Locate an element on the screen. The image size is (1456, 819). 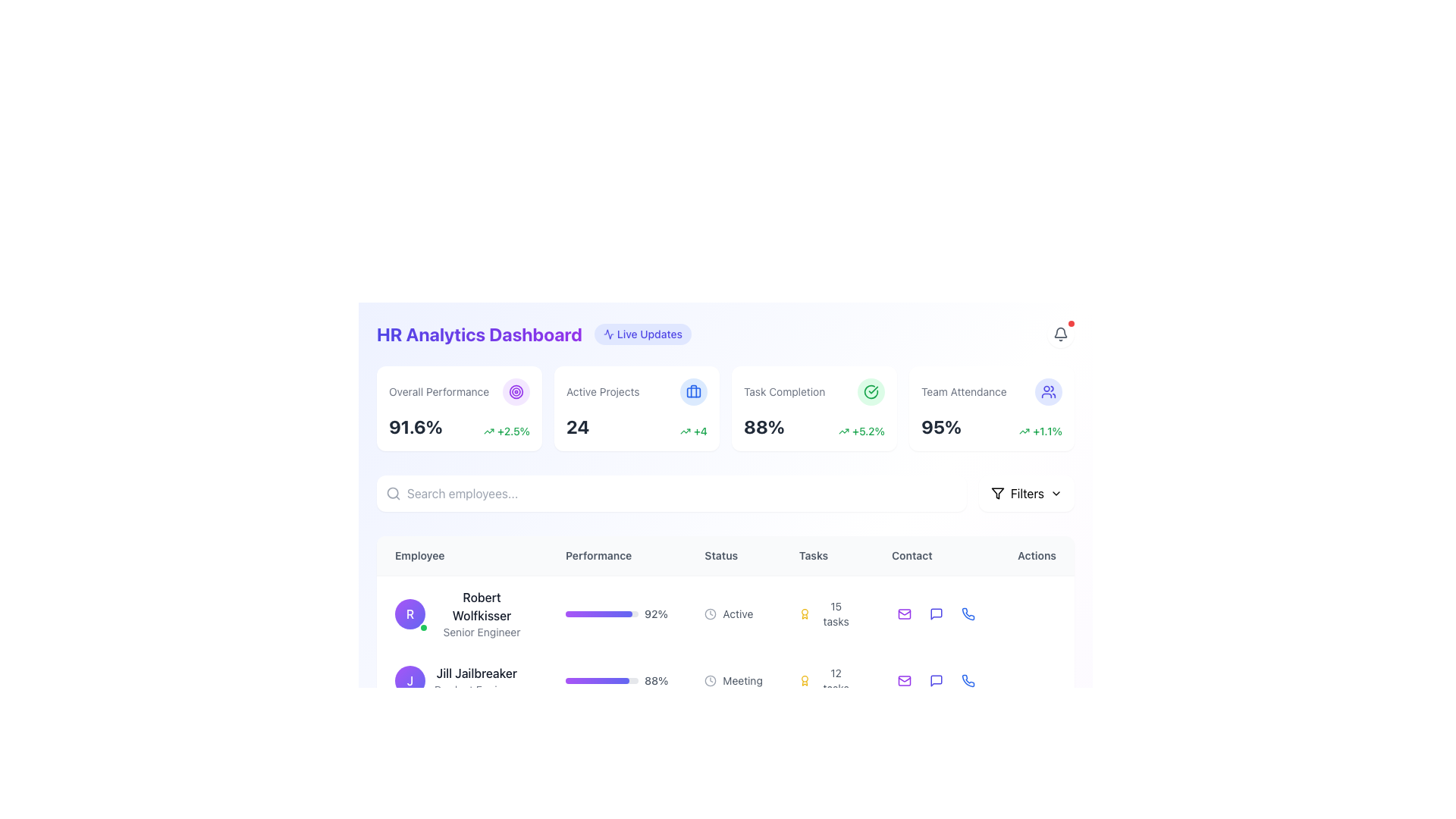
the task completion indicator icon located in the fourth box of the primary statistics section on the dashboard interface is located at coordinates (871, 391).